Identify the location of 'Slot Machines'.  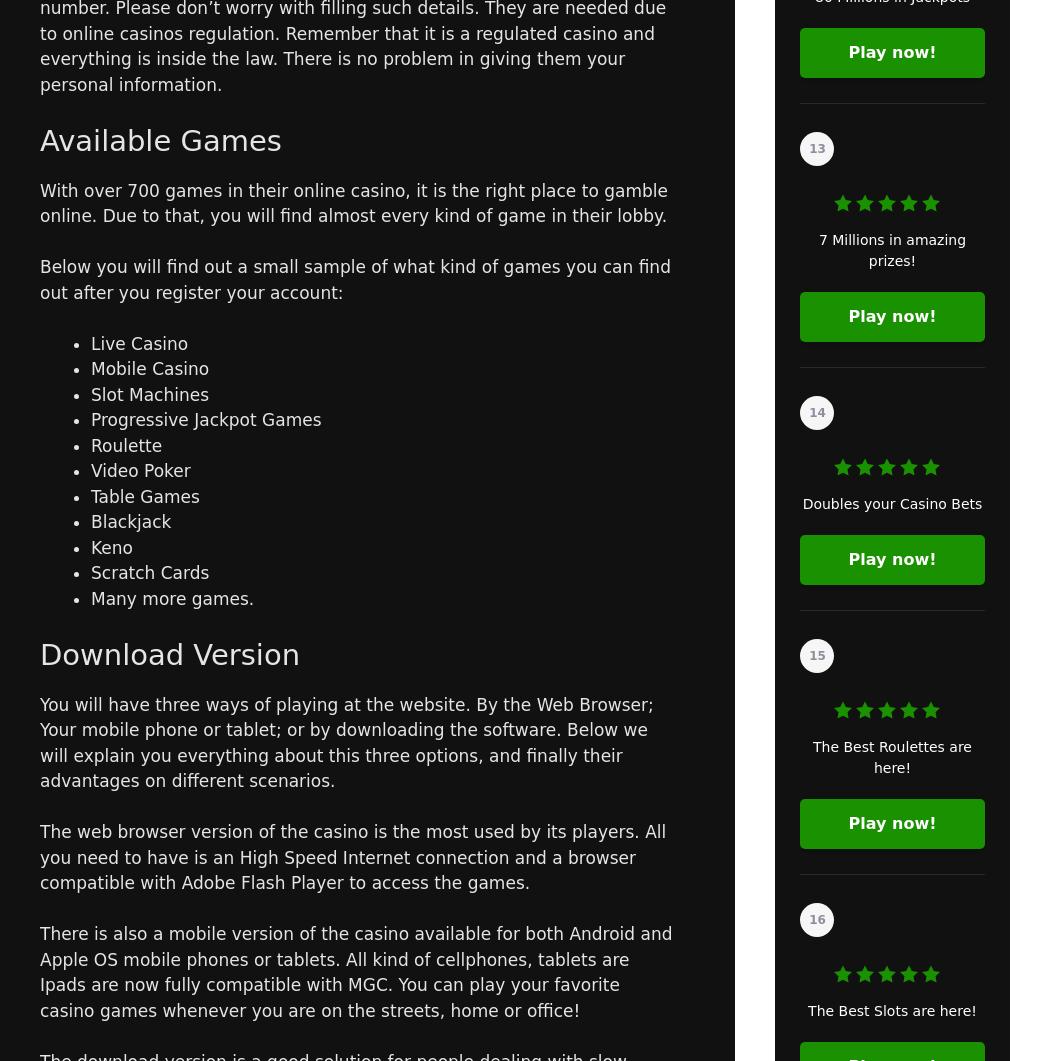
(150, 393).